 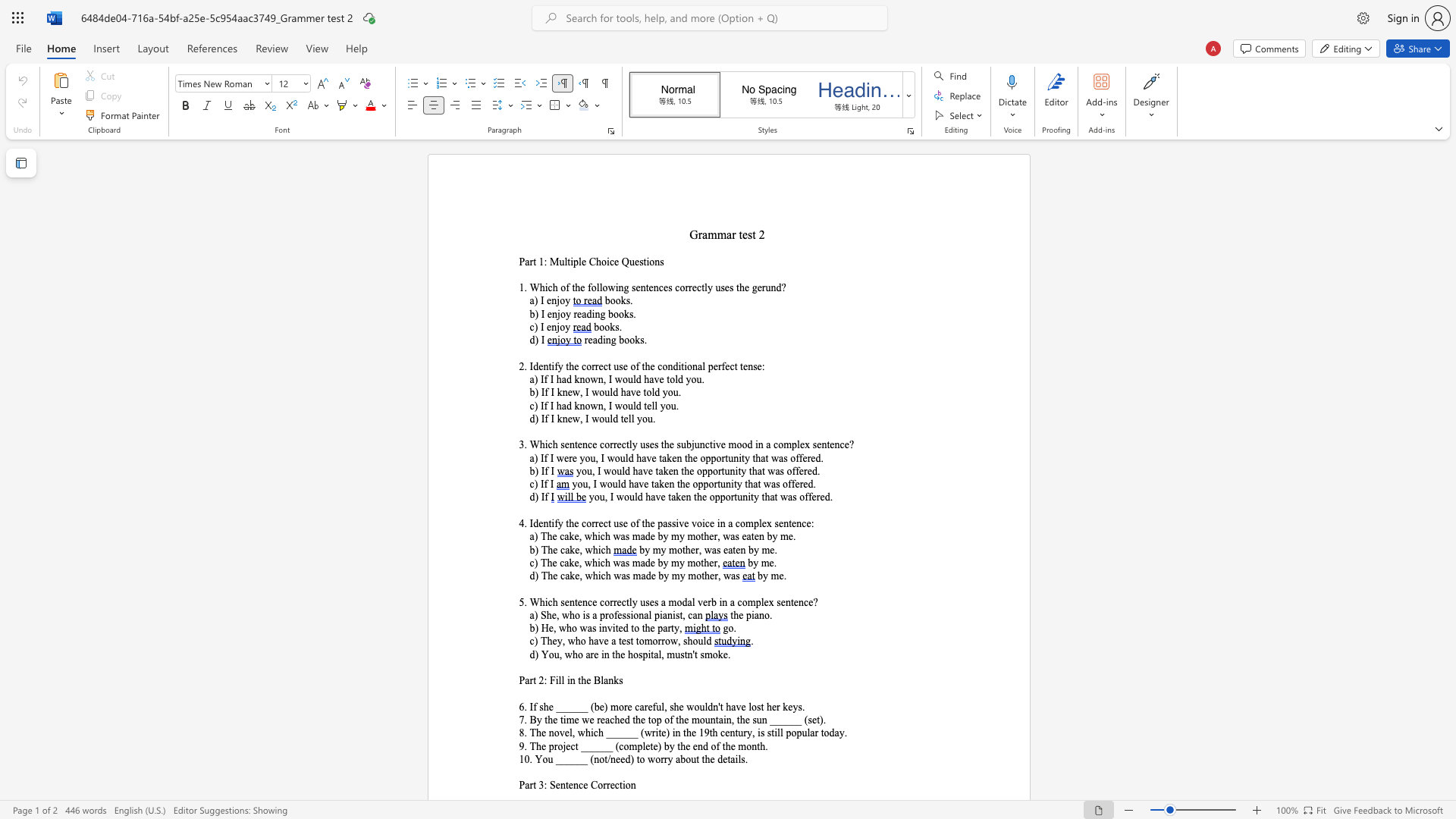 What do you see at coordinates (598, 497) in the screenshot?
I see `the subset text "u, I would have taken the opportuni" within the text "you, I would have taken the opportunity that was offered."` at bounding box center [598, 497].